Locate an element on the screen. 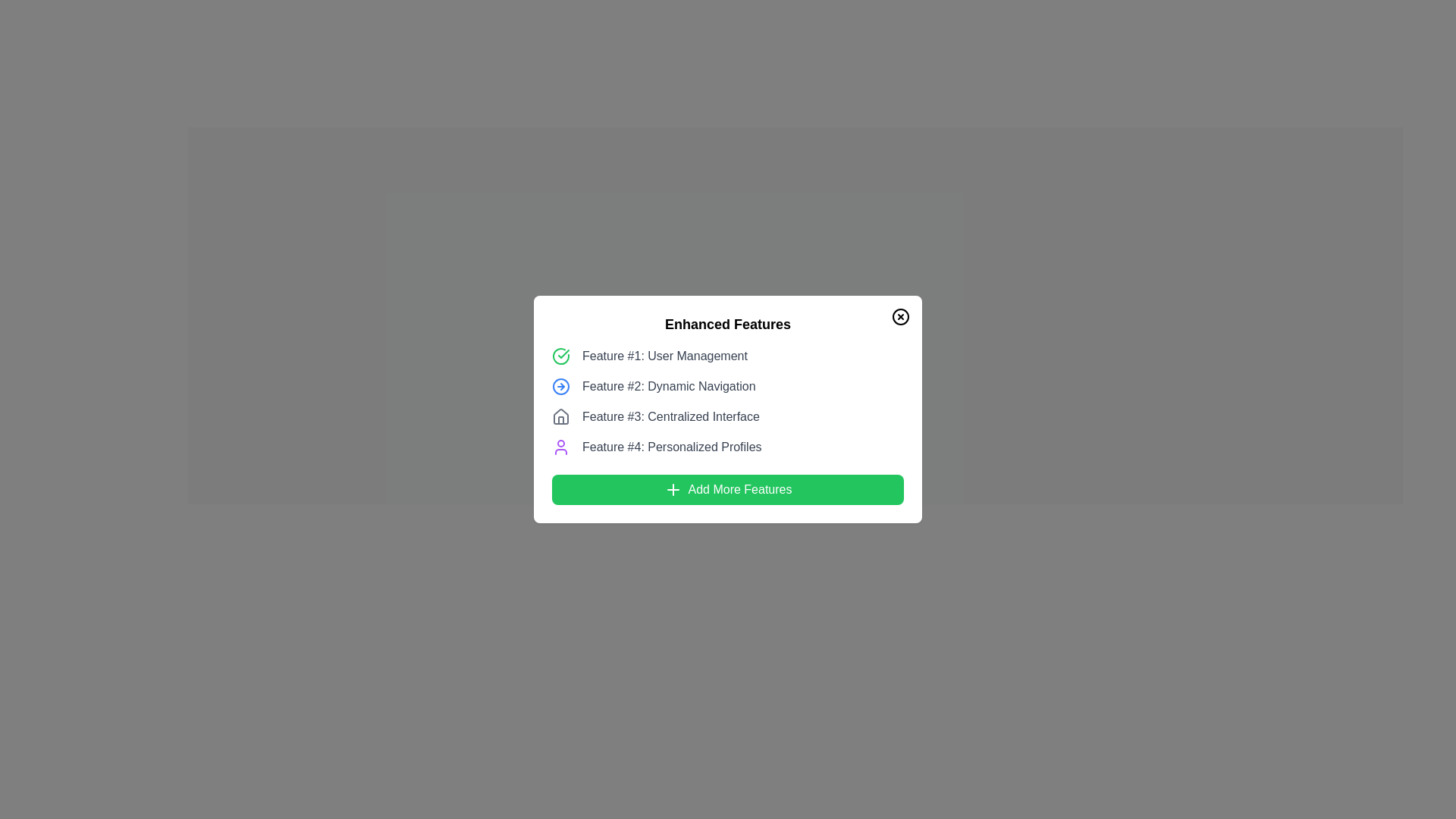 Image resolution: width=1456 pixels, height=819 pixels. the close button located in the top-right corner of the 'Enhanced Features' modal interface is located at coordinates (901, 315).